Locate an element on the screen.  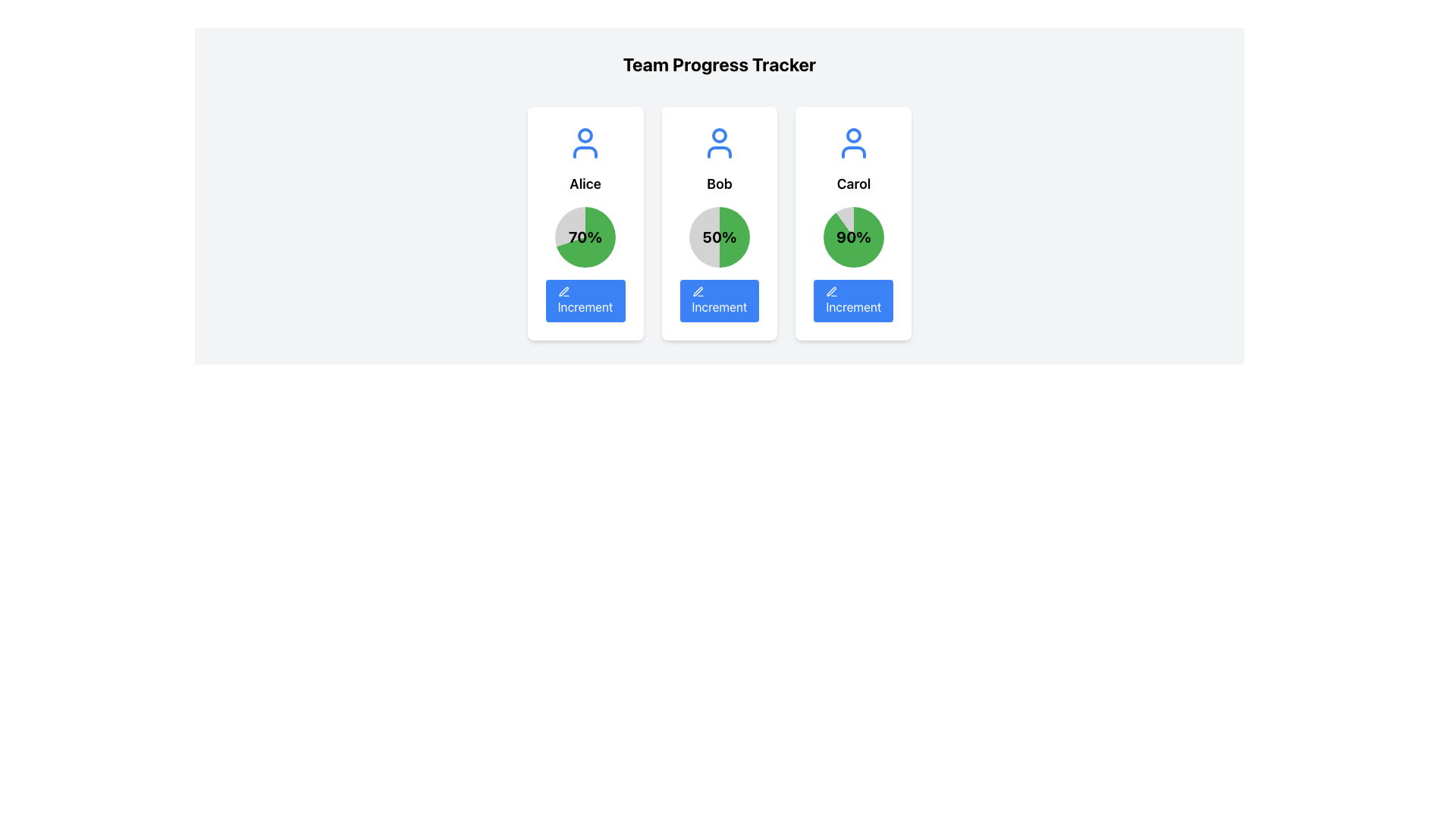
the Avatar Icon representing the user 'Carol' located at the top section of the card, centered horizontally above the textual label and progress indicator is located at coordinates (853, 143).